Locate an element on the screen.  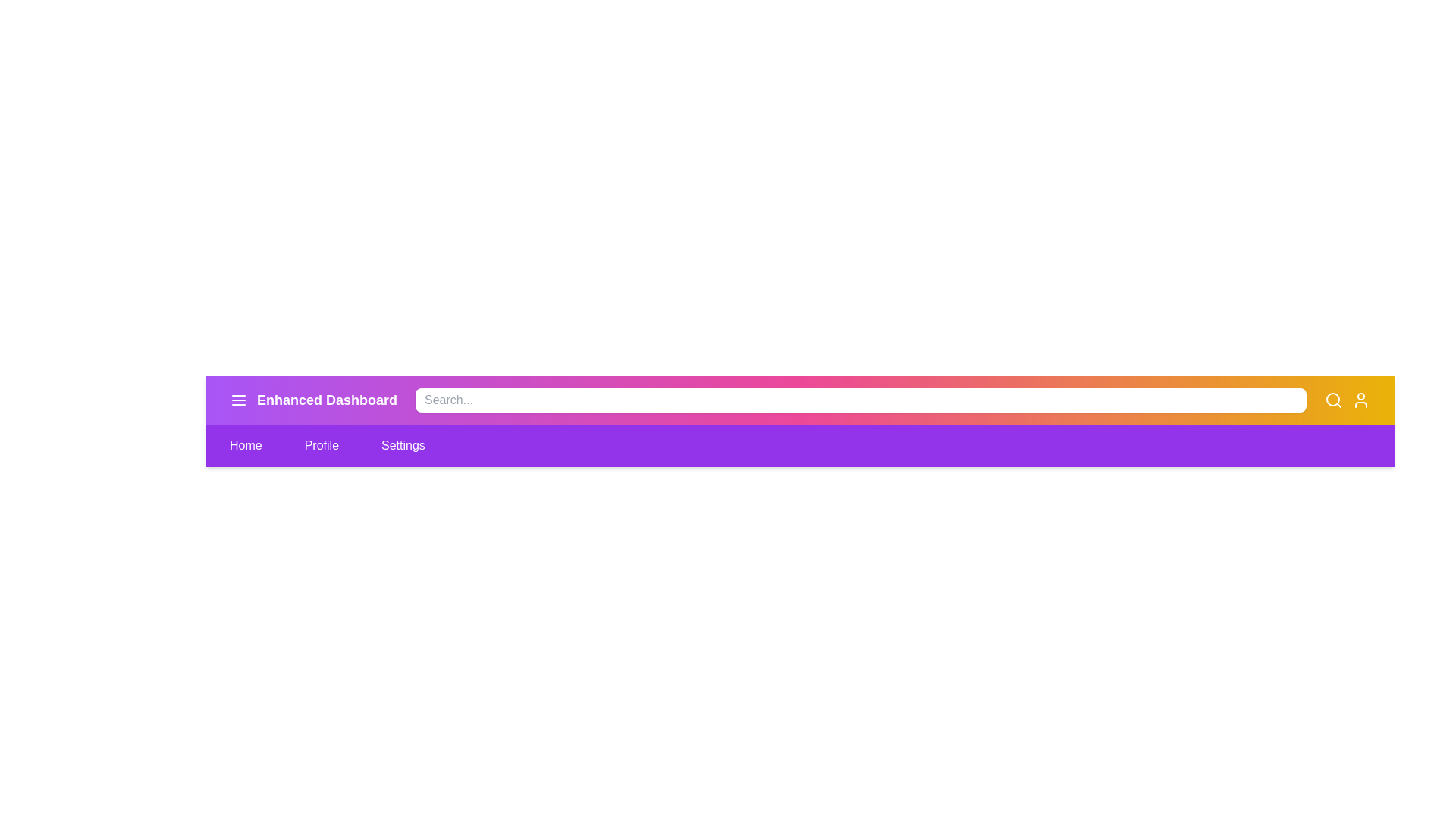
the Profile menu item to navigate to the corresponding section is located at coordinates (320, 444).